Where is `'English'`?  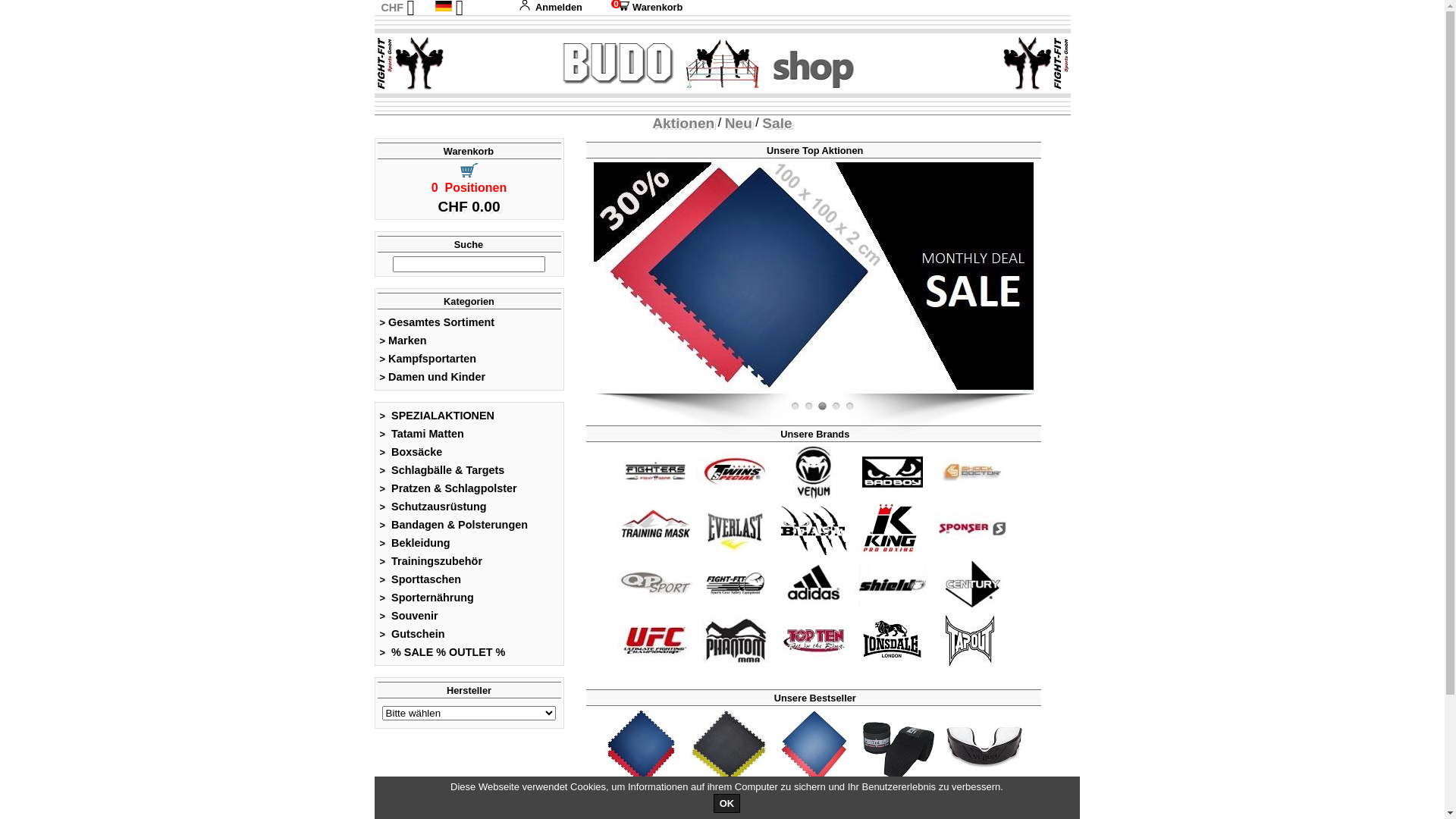 'English' is located at coordinates (462, 23).